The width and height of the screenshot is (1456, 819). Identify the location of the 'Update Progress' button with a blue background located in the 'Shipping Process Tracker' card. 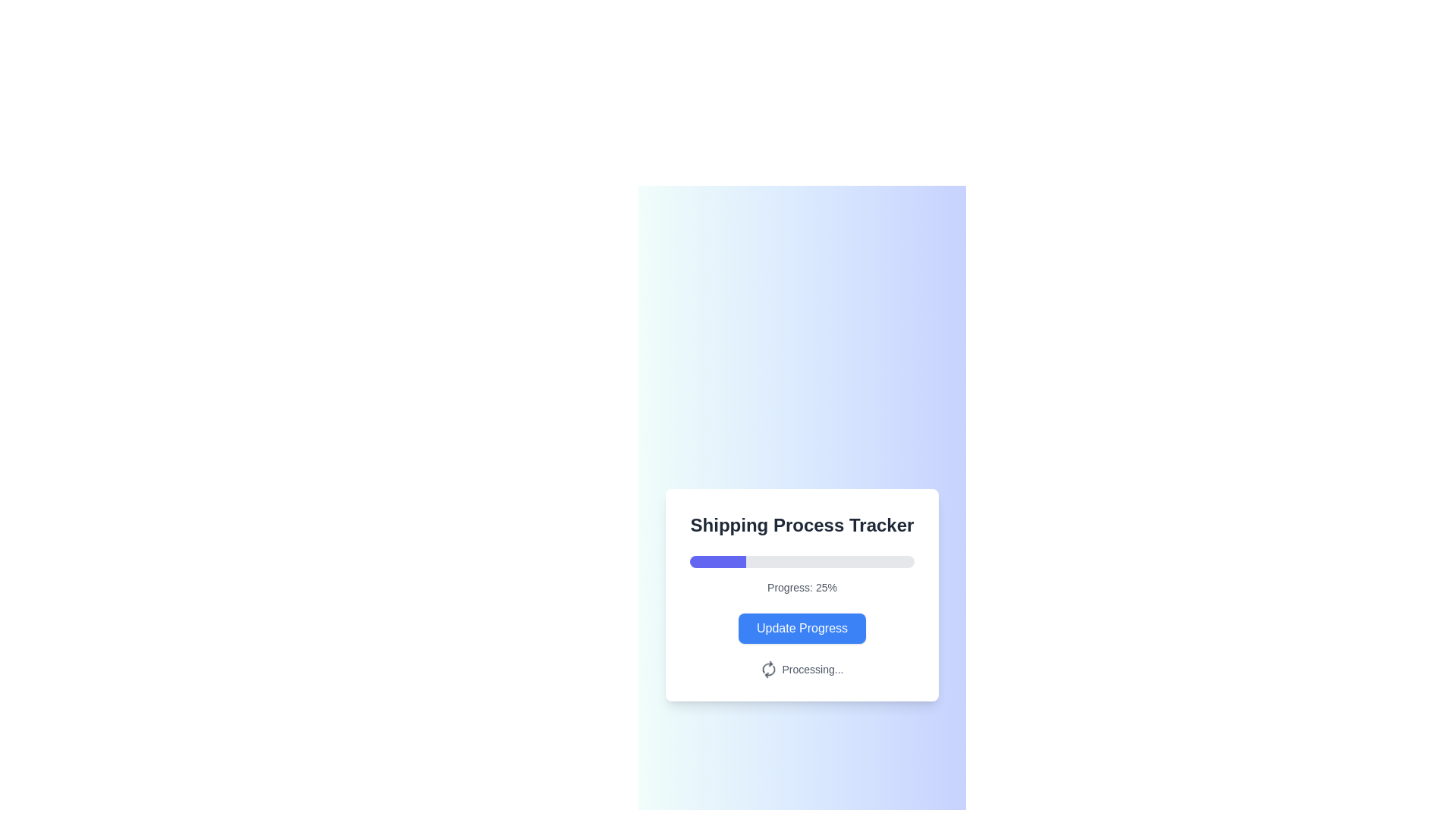
(801, 629).